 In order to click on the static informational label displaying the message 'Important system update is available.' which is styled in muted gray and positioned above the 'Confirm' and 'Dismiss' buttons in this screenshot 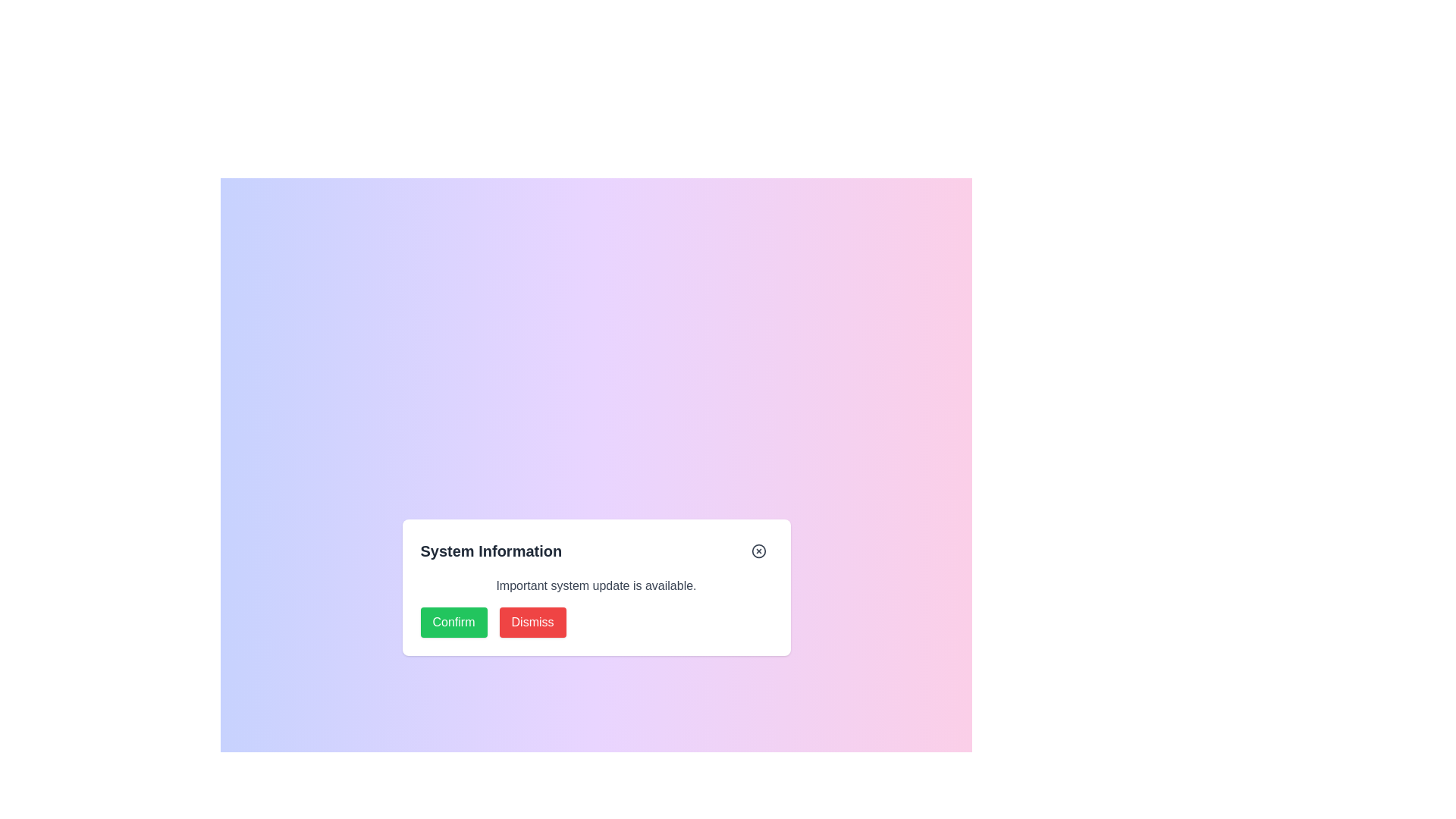, I will do `click(595, 585)`.